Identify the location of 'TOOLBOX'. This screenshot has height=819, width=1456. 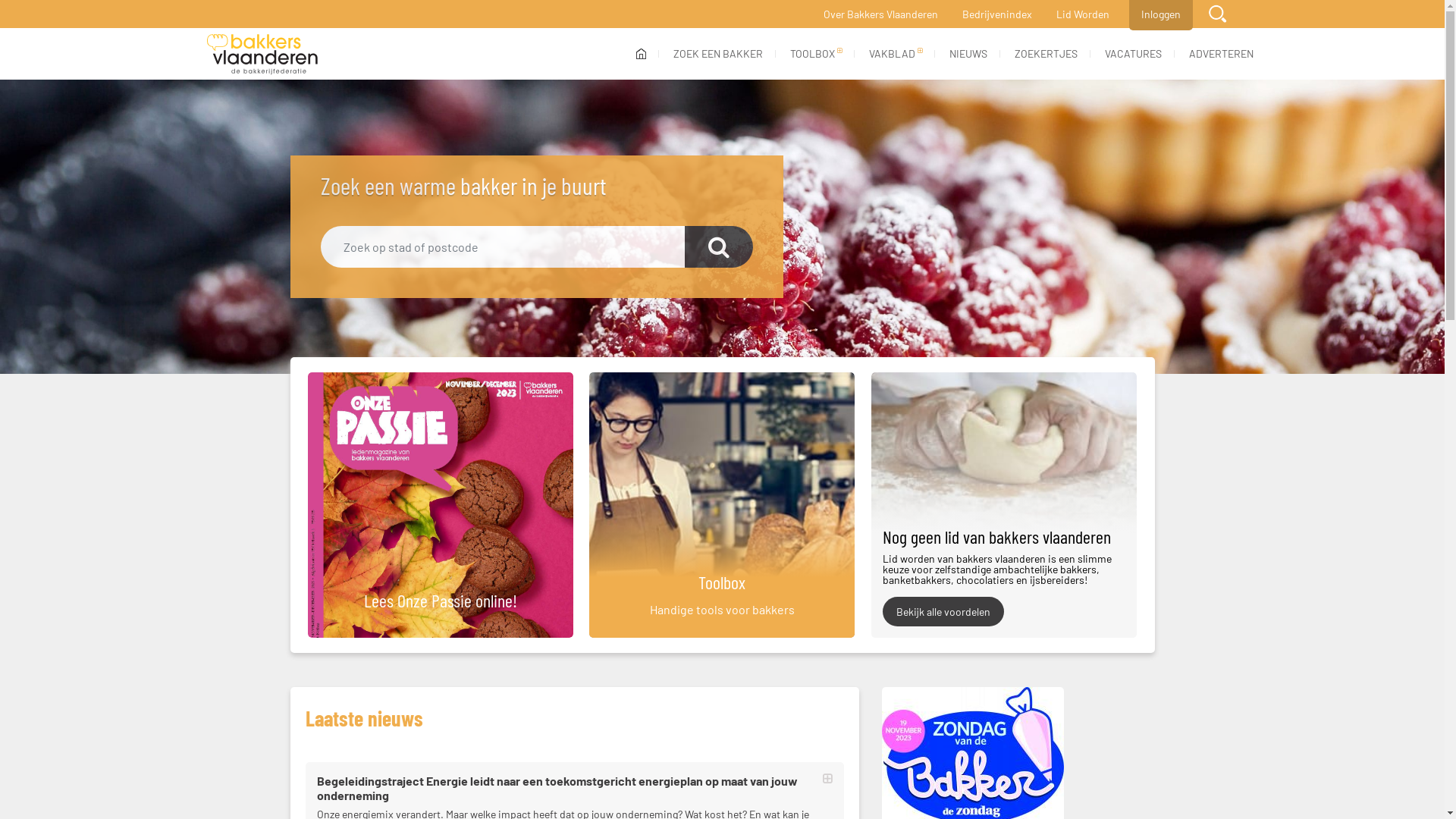
(814, 52).